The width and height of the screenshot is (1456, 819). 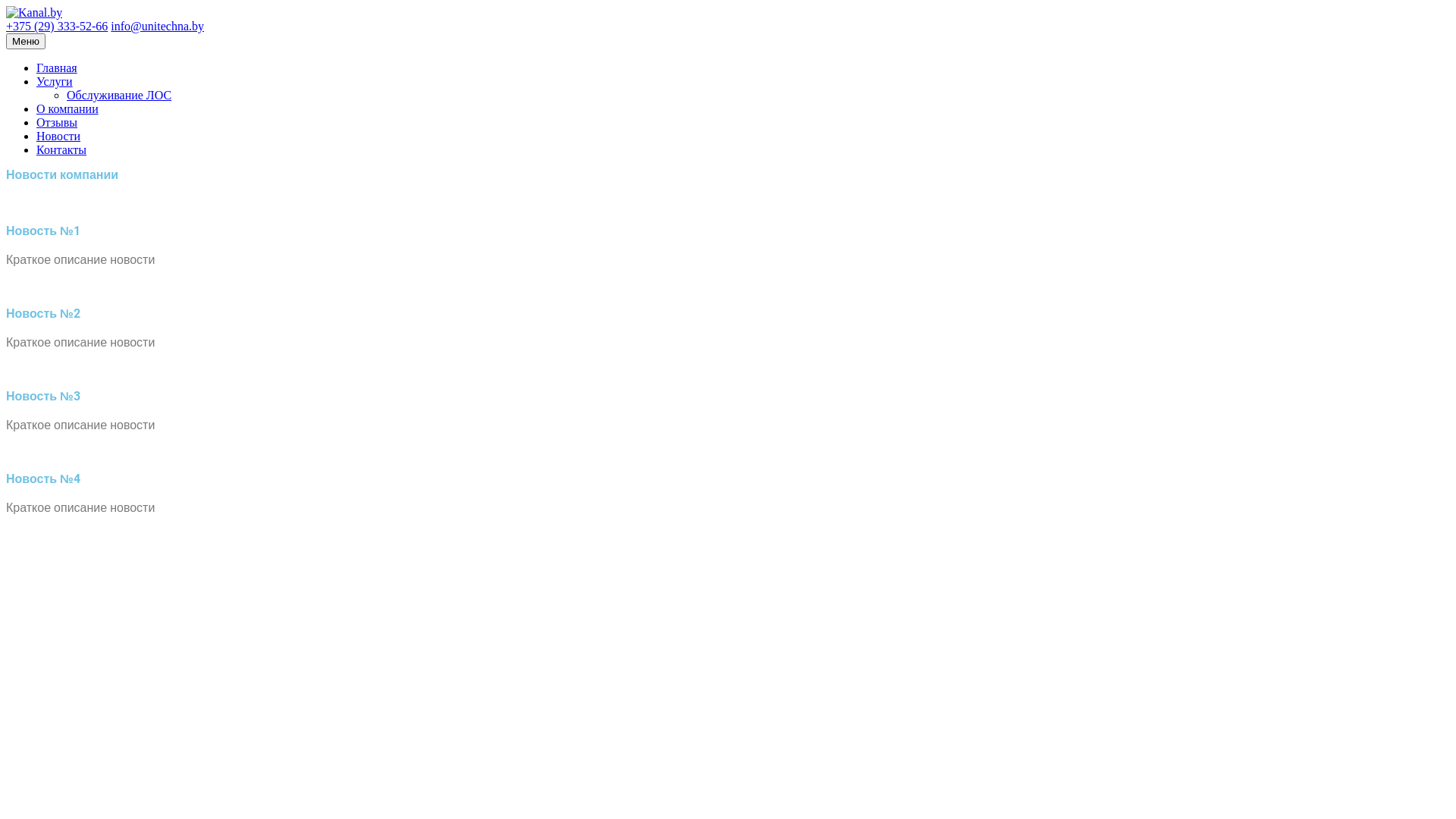 I want to click on '+375 (29) 333-52-66', so click(x=57, y=26).